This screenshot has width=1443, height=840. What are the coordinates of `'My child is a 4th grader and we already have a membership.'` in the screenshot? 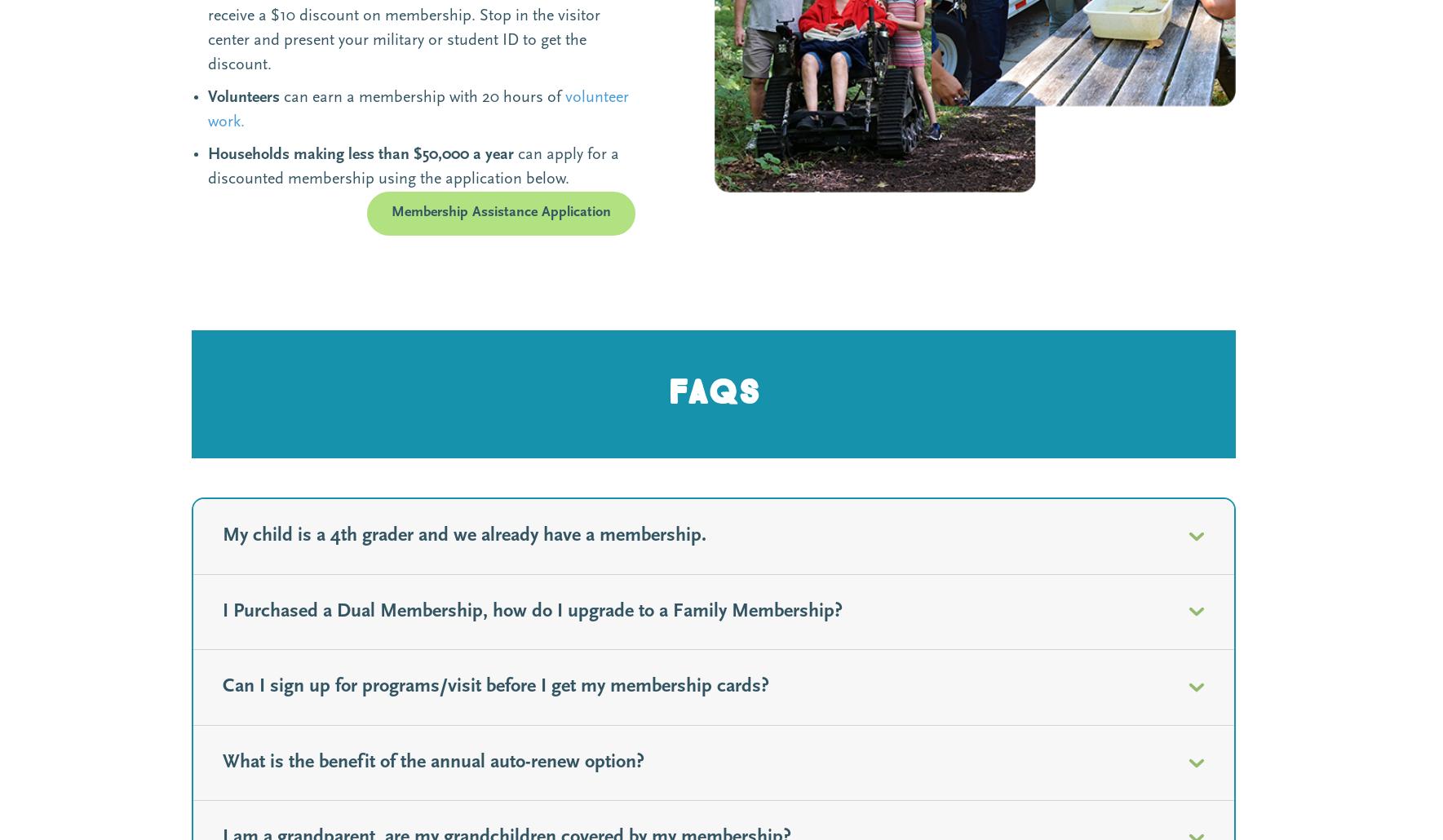 It's located at (464, 535).